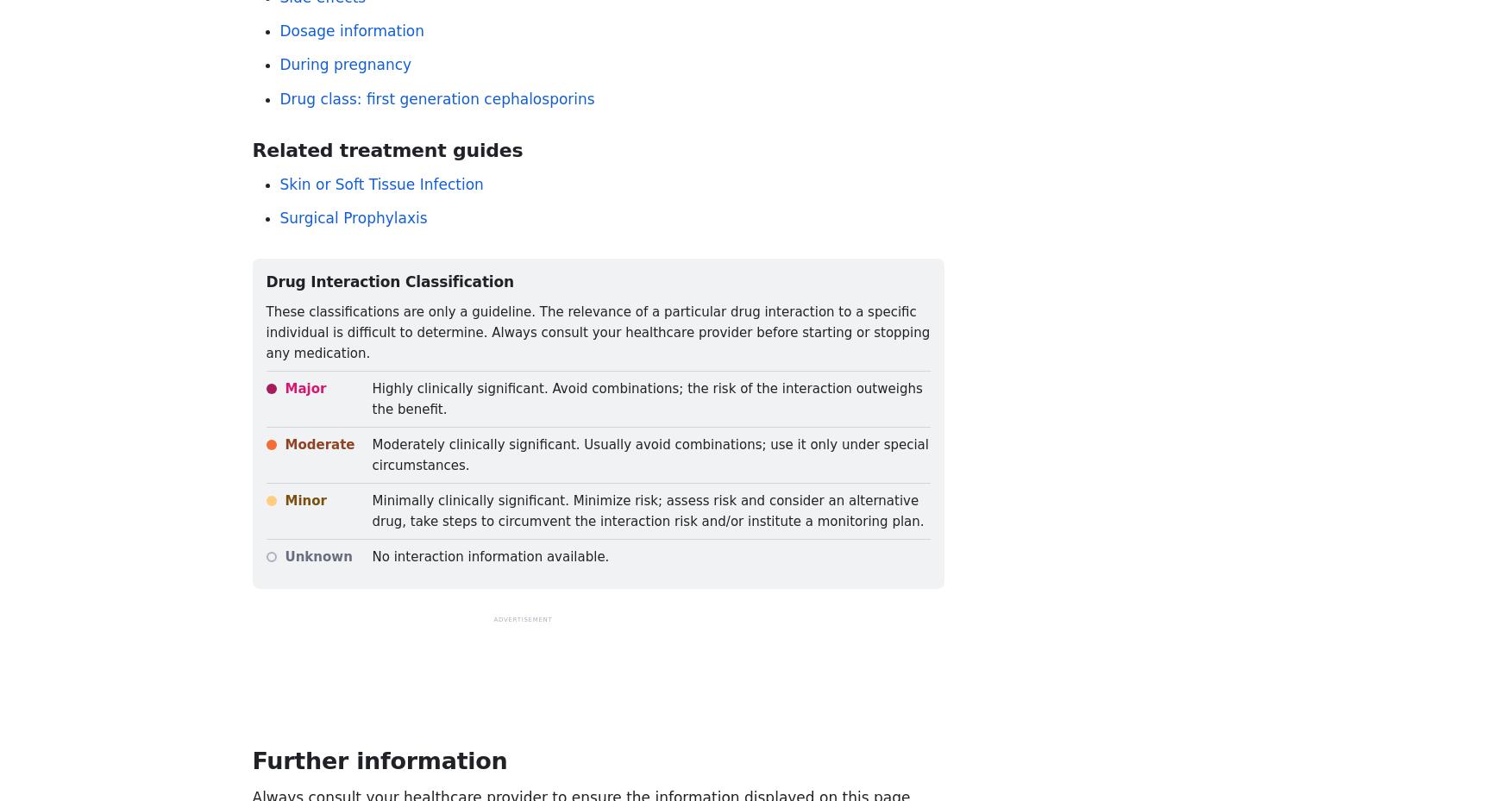  I want to click on 'Drug Interaction Classification', so click(265, 280).